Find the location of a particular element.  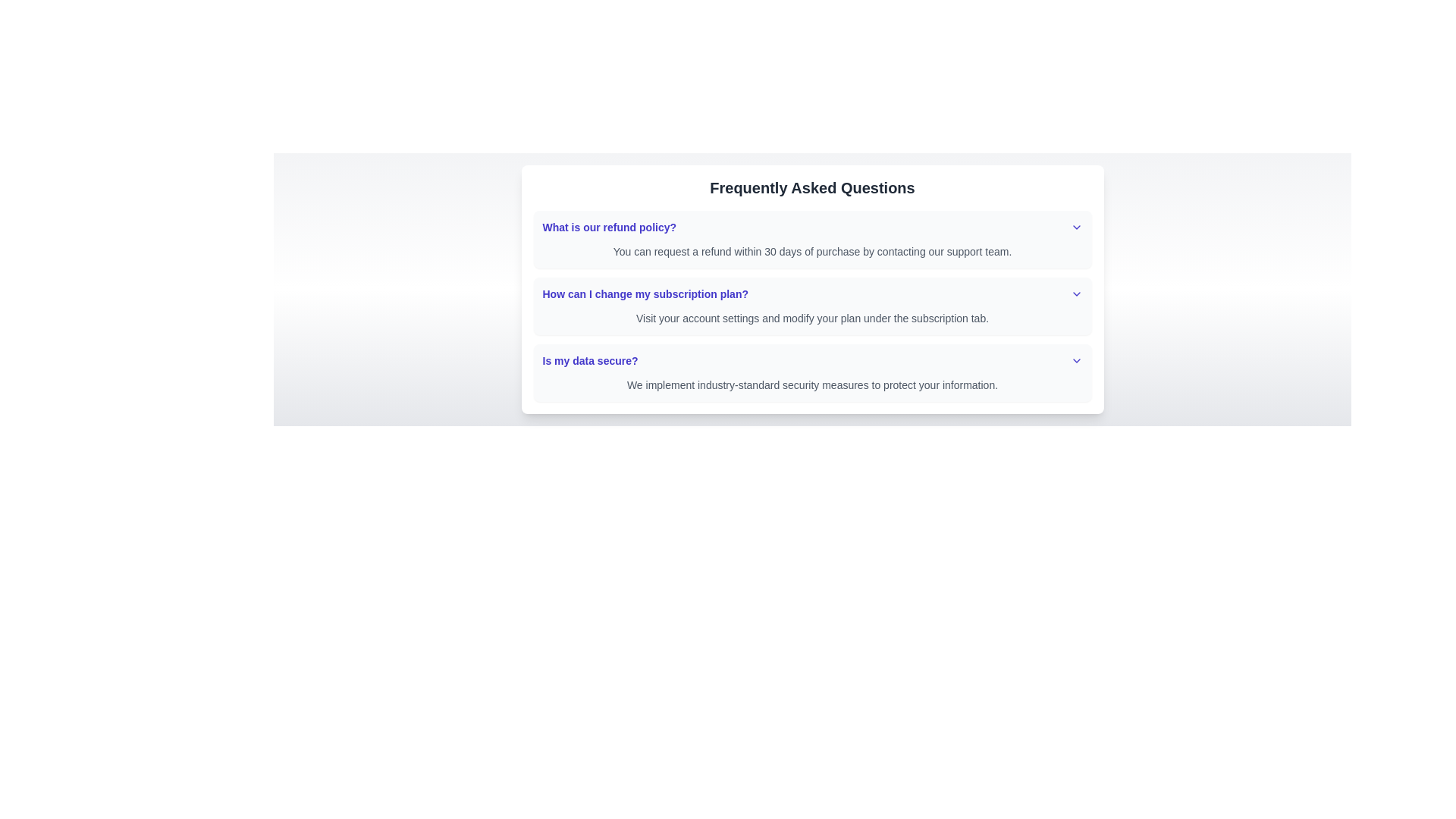

question 'Is my data secure?' and the corresponding answer 'We implement industry-standard security measures to protect your information.' from the third entry in the Collapsible FAQ section under the blue title 'Frequently Asked Questions' is located at coordinates (811, 373).